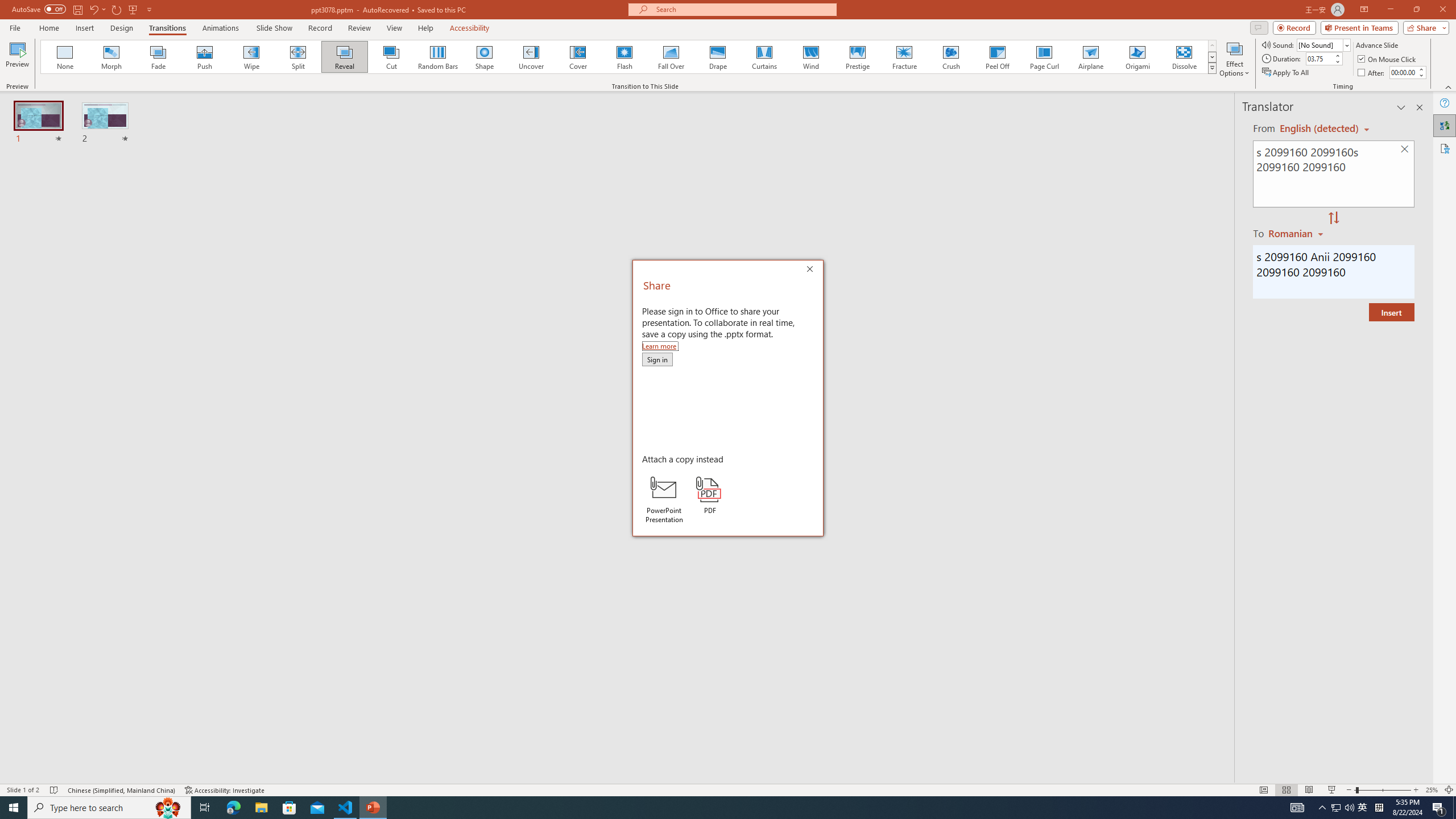 Image resolution: width=1456 pixels, height=819 pixels. Describe the element at coordinates (1323, 44) in the screenshot. I see `'Sound'` at that location.